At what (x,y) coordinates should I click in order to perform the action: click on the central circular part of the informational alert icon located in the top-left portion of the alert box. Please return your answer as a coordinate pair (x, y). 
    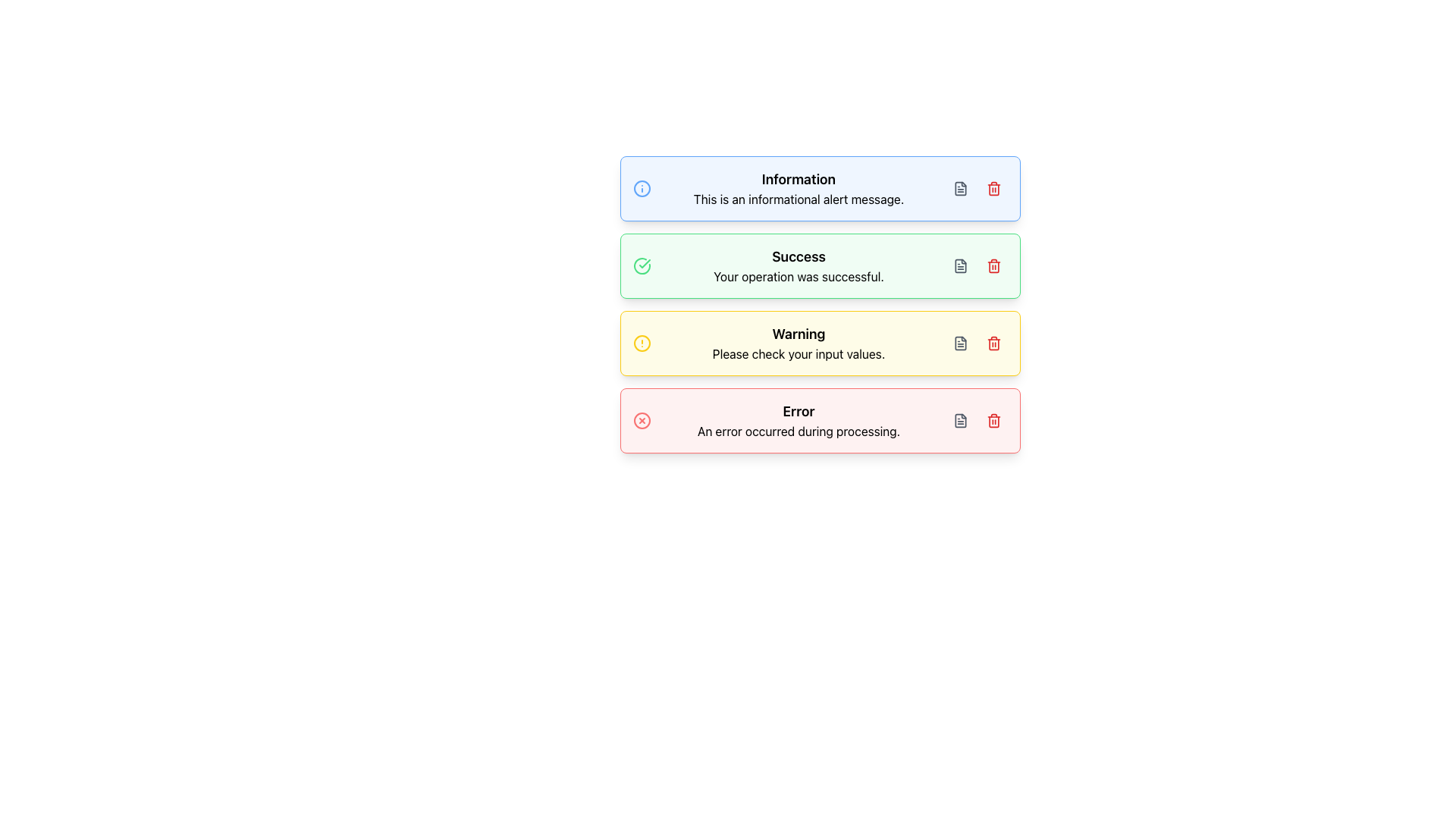
    Looking at the image, I should click on (642, 188).